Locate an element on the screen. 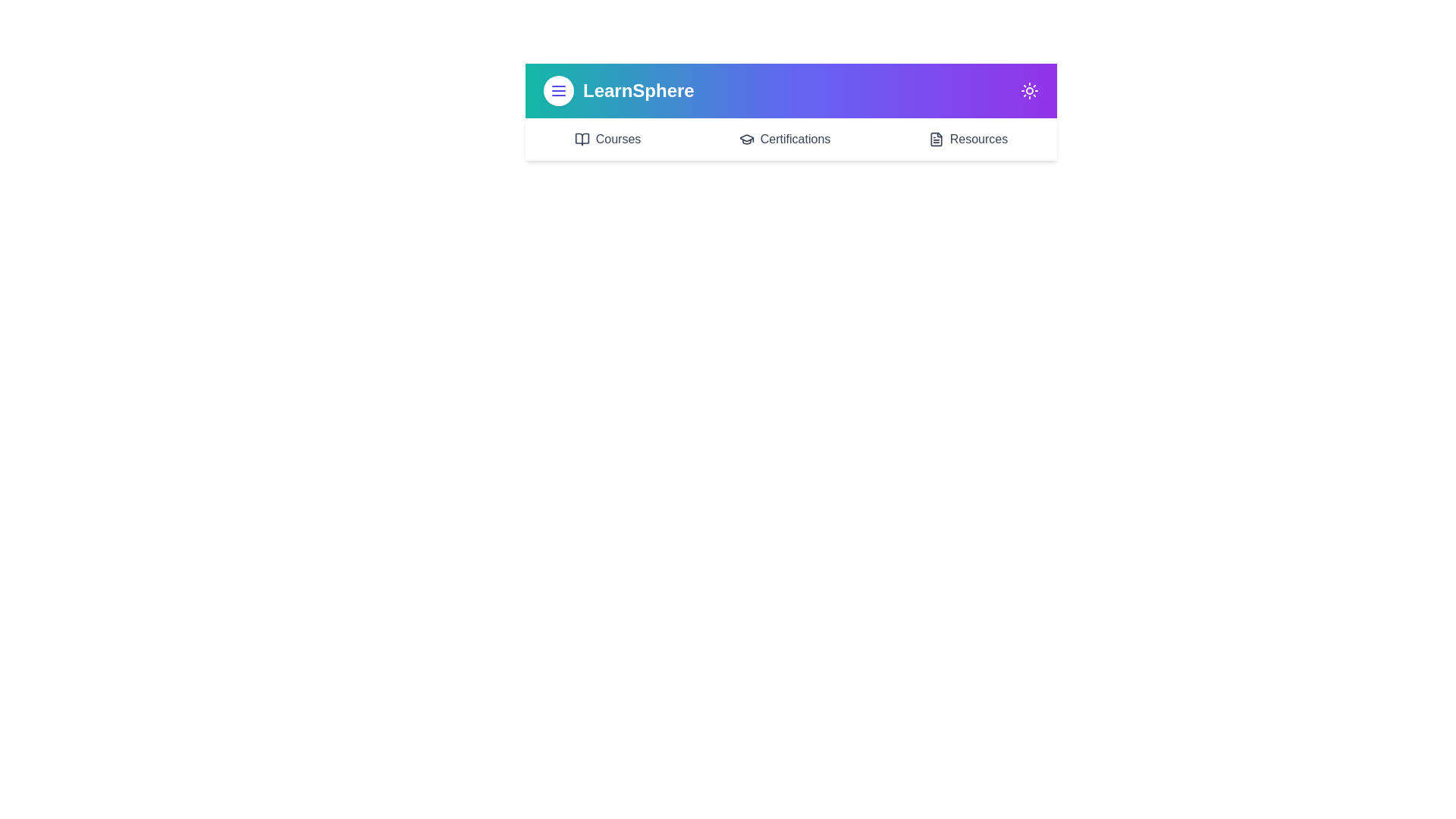  the 'Courses' navigation link in the app bar is located at coordinates (607, 140).